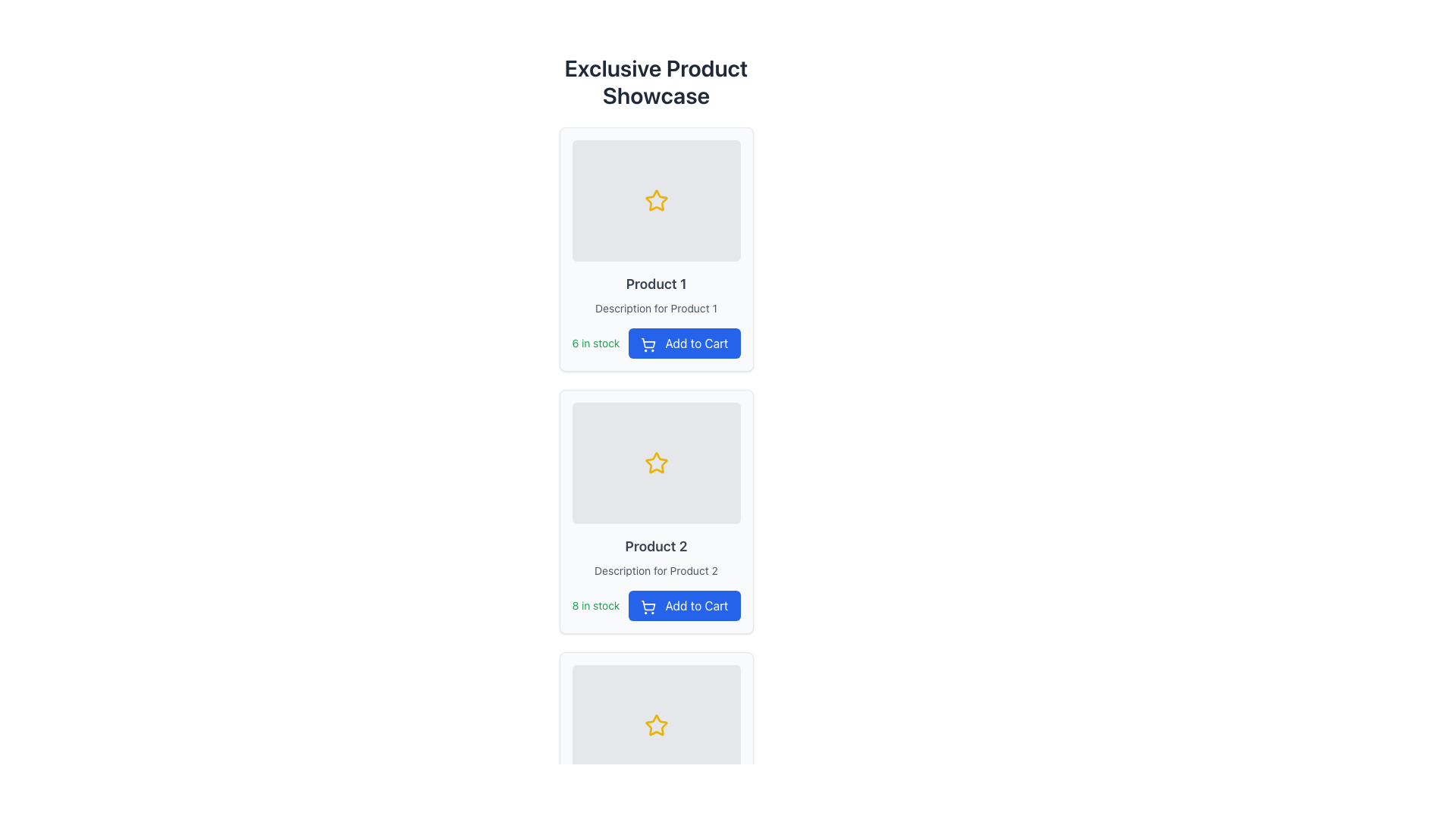 This screenshot has height=819, width=1456. What do you see at coordinates (656, 199) in the screenshot?
I see `the star-shaped icon located in the middle section of the page within the first product card under 'Exclusive Product Showcase.'` at bounding box center [656, 199].